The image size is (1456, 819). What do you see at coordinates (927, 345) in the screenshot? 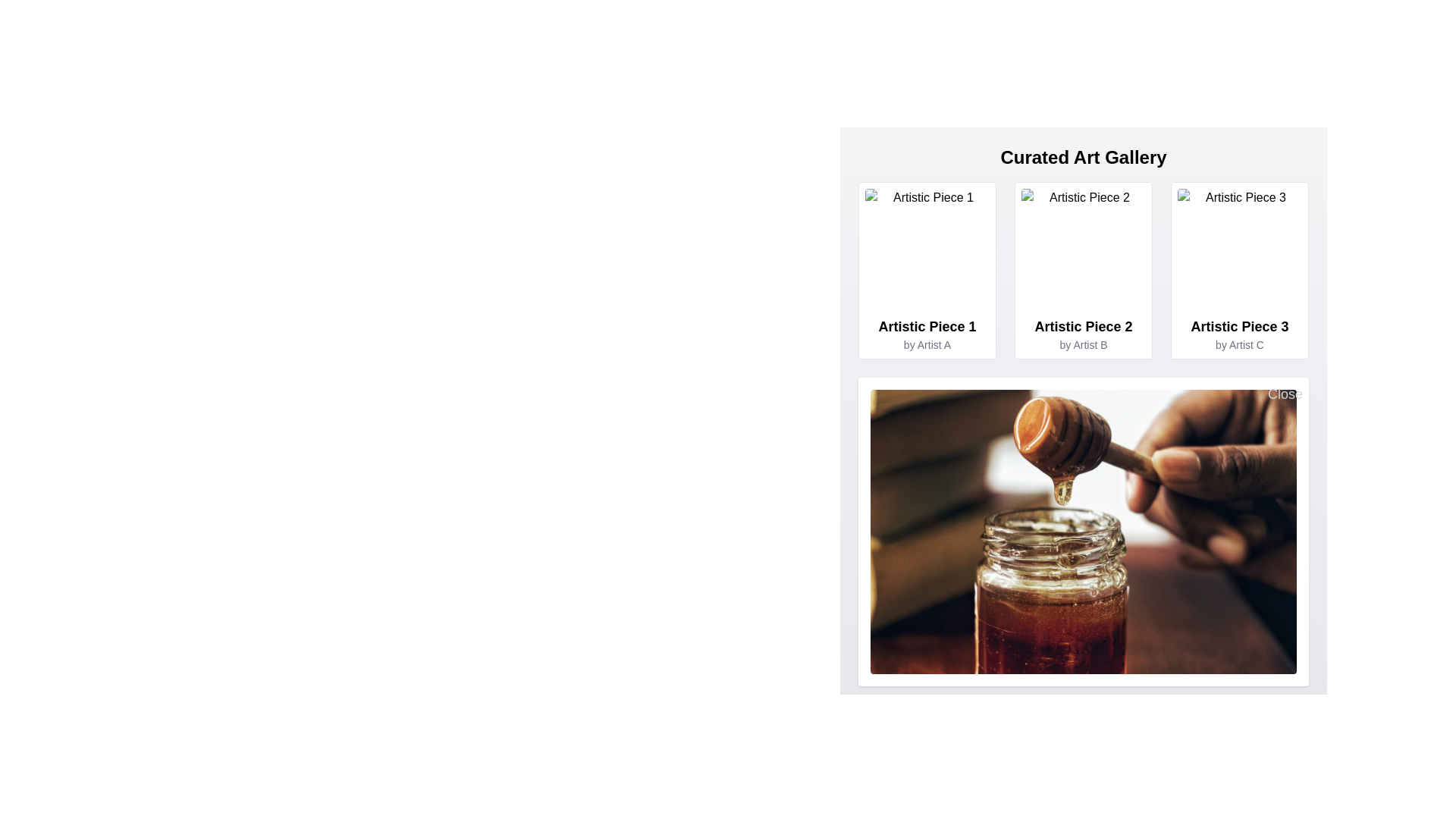
I see `the non-interactive text label indicating the creator of the associated art piece located directly below 'Artistic Piece 1' in the top-left corner of the gallery grid` at bounding box center [927, 345].